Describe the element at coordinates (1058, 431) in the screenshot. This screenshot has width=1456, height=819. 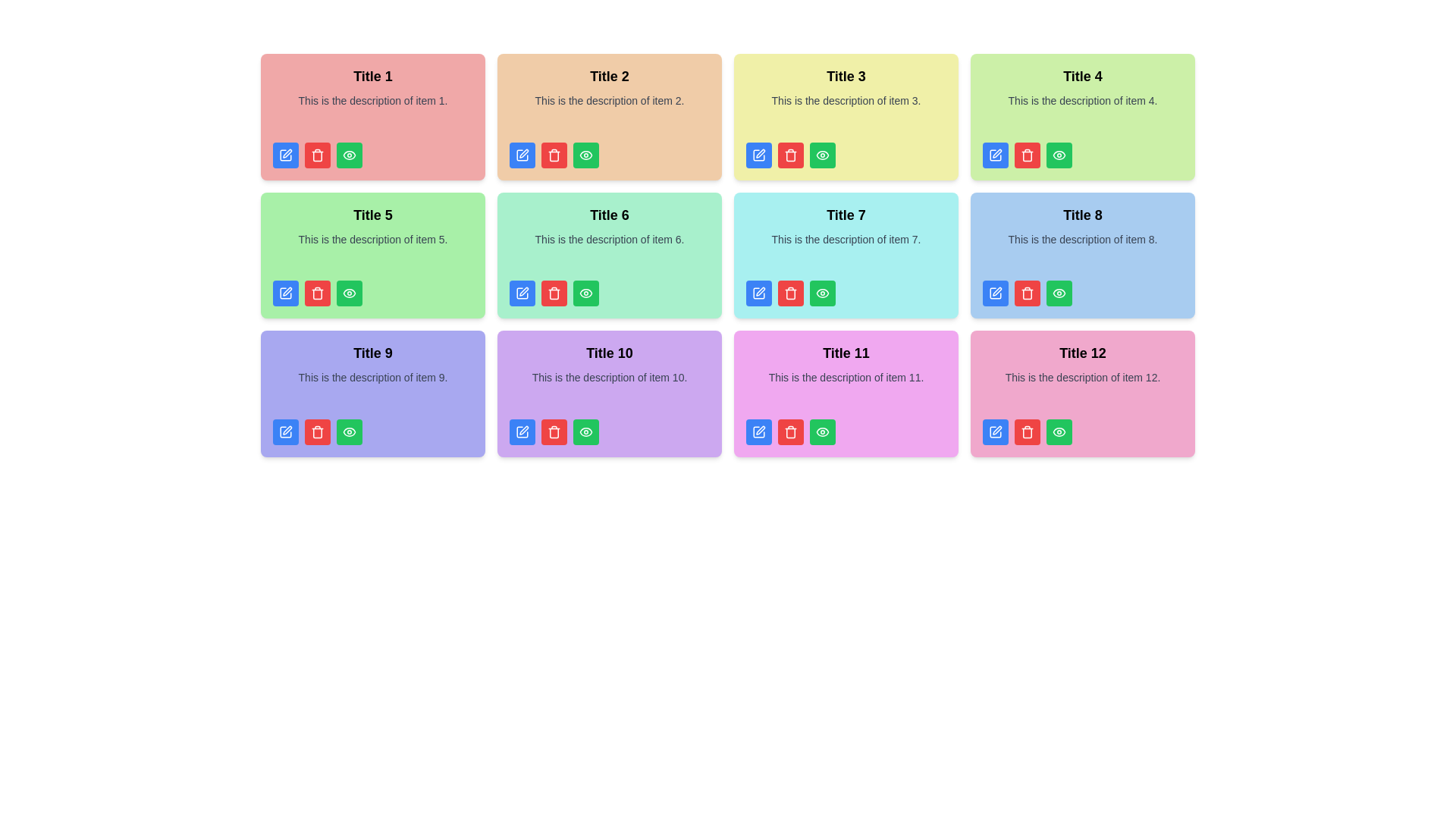
I see `the green eye-shaped icon button located at the bottom right corner of the card titled 'Title 12'` at that location.